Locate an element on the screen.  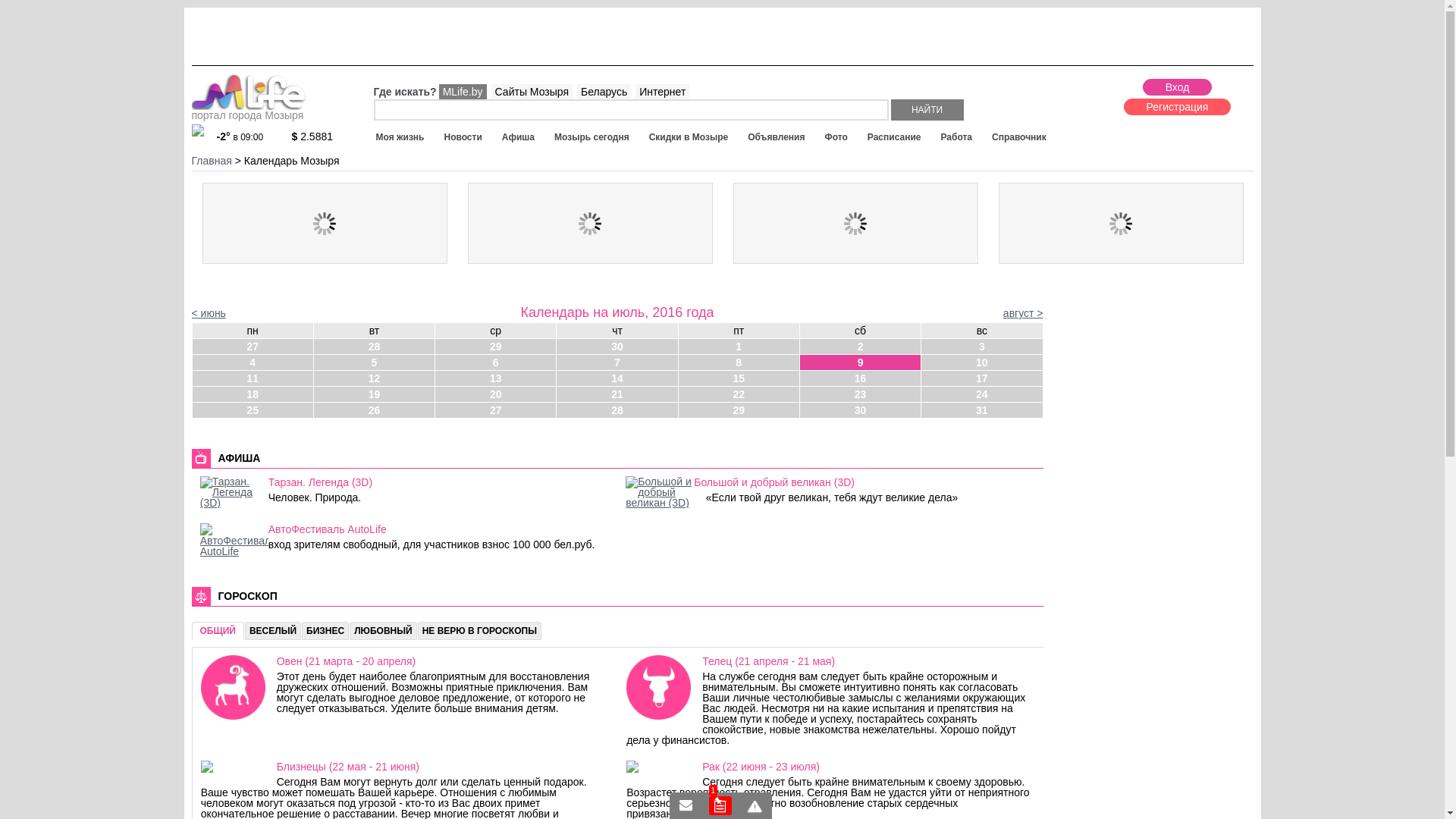
'7' is located at coordinates (617, 362).